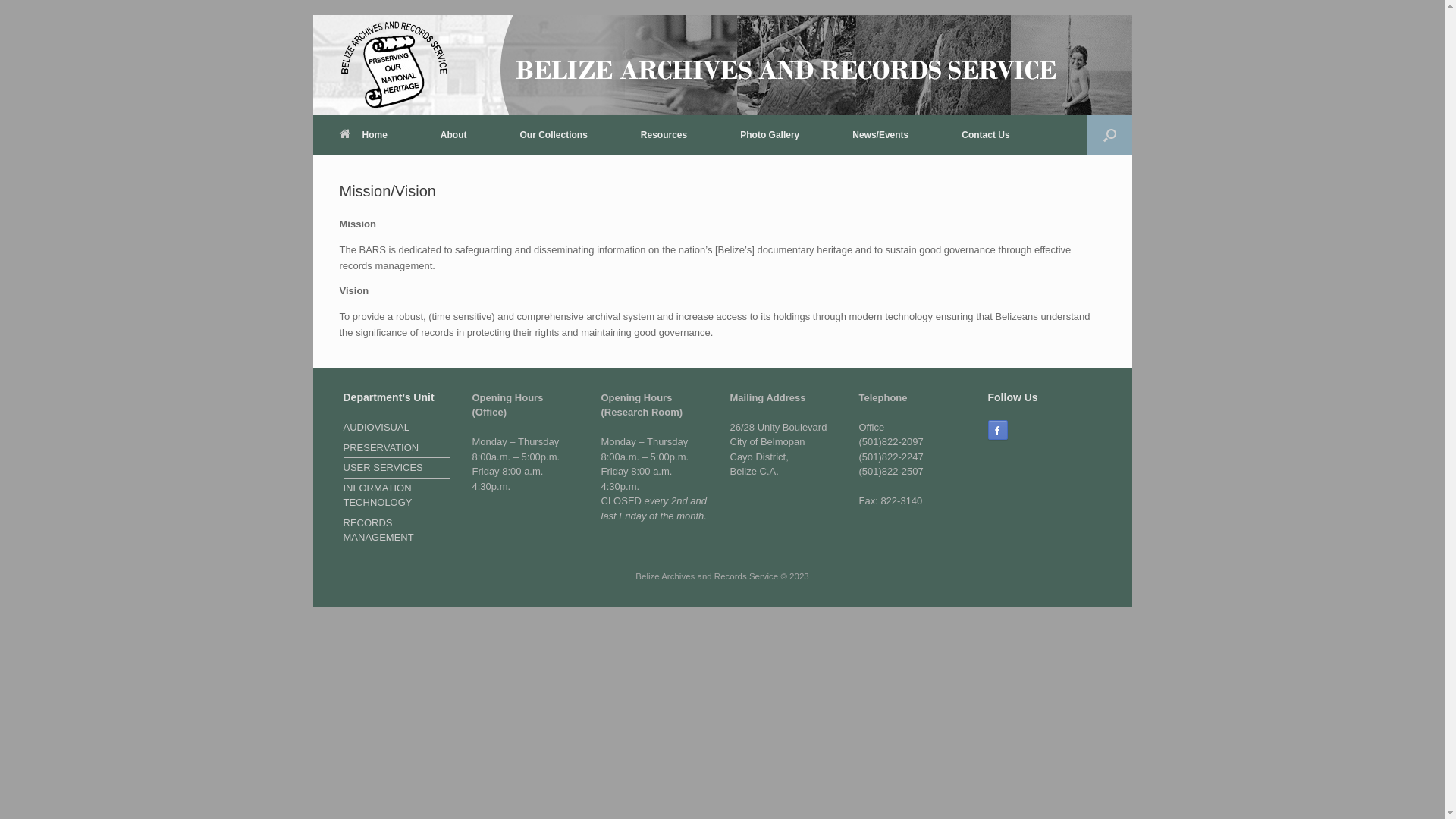 This screenshot has height=819, width=1456. I want to click on 'AUDIOVISUAL', so click(396, 429).